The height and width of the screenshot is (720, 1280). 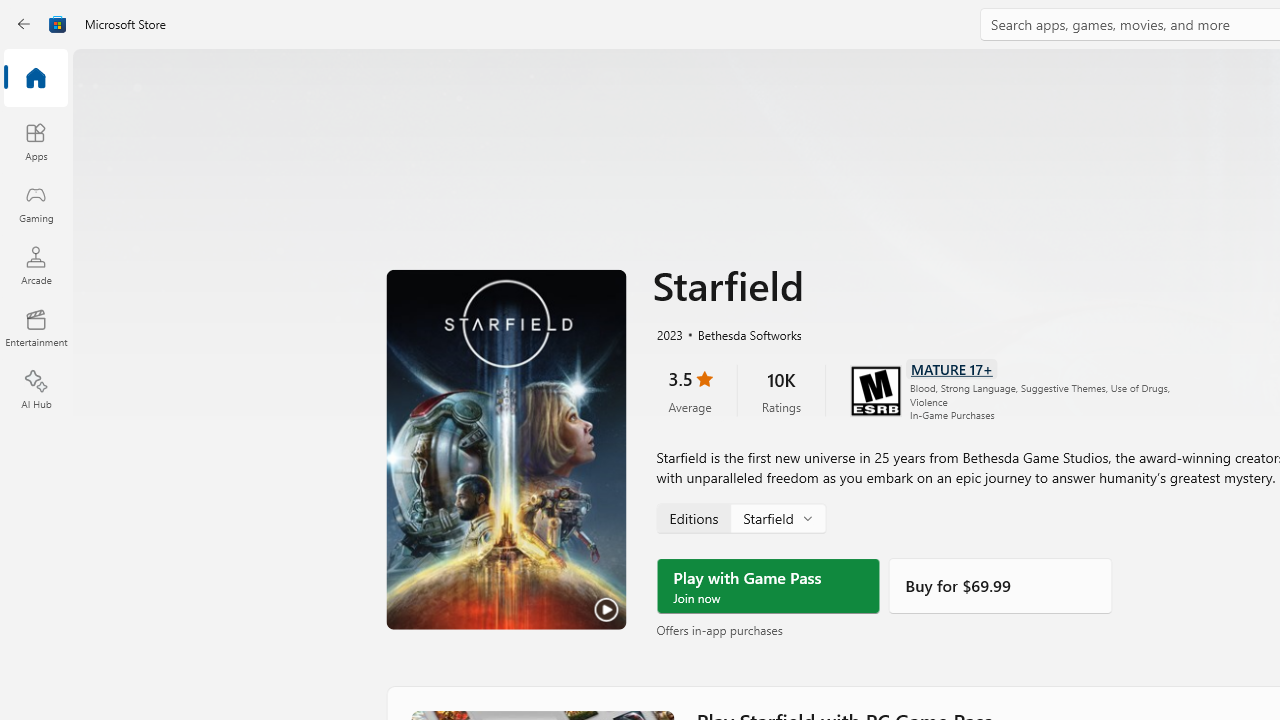 I want to click on 'Home', so click(x=35, y=78).